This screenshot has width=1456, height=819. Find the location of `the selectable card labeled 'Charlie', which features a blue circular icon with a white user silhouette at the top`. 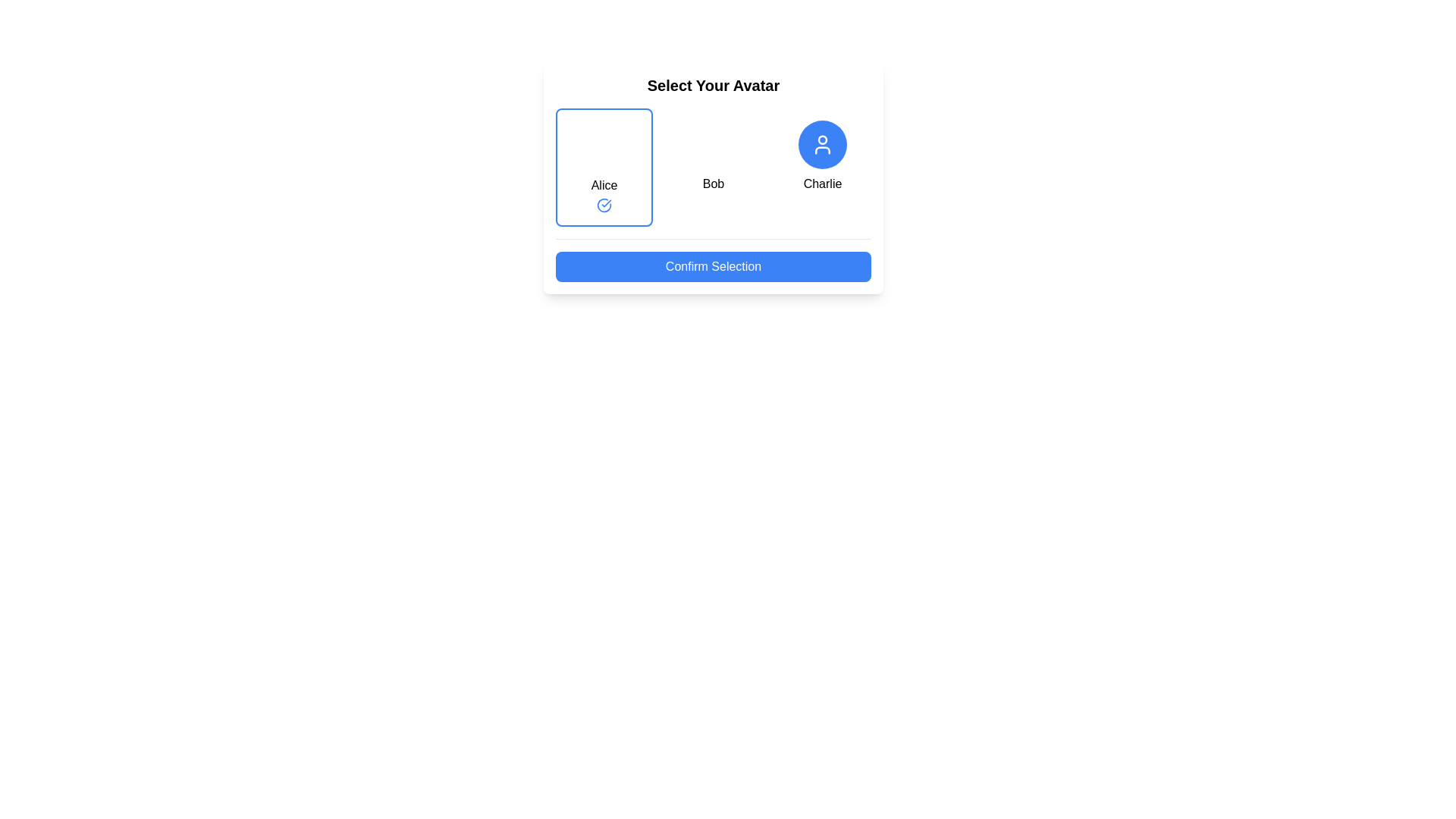

the selectable card labeled 'Charlie', which features a blue circular icon with a white user silhouette at the top is located at coordinates (821, 167).